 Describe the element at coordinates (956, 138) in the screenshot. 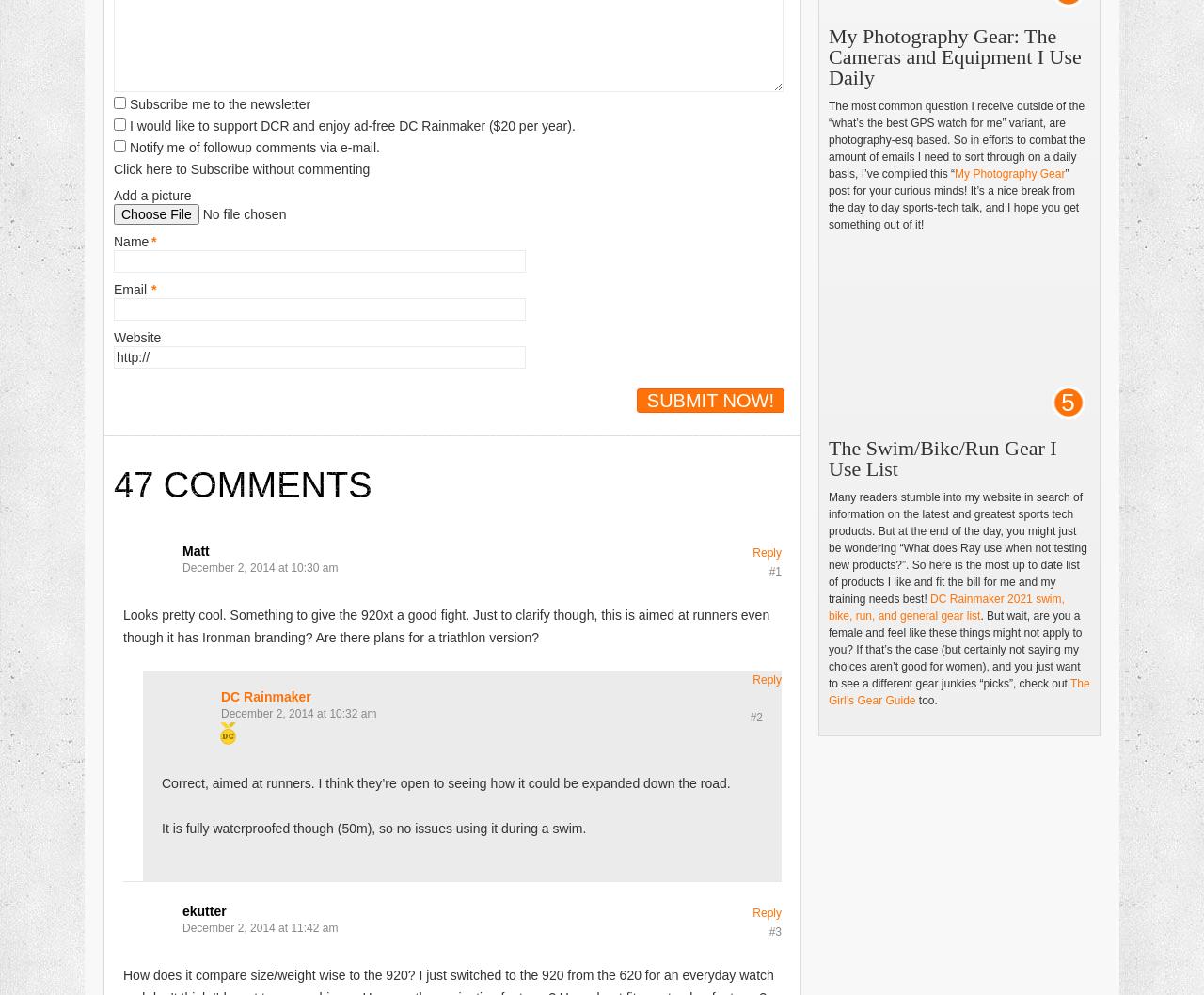

I see `'The most common question I receive outside of the “what’s the best GPS watch for me” variant, are photography-esq based. So in efforts to combat the amount of emails I need to sort through on a daily basis, I’ve complied this “'` at that location.